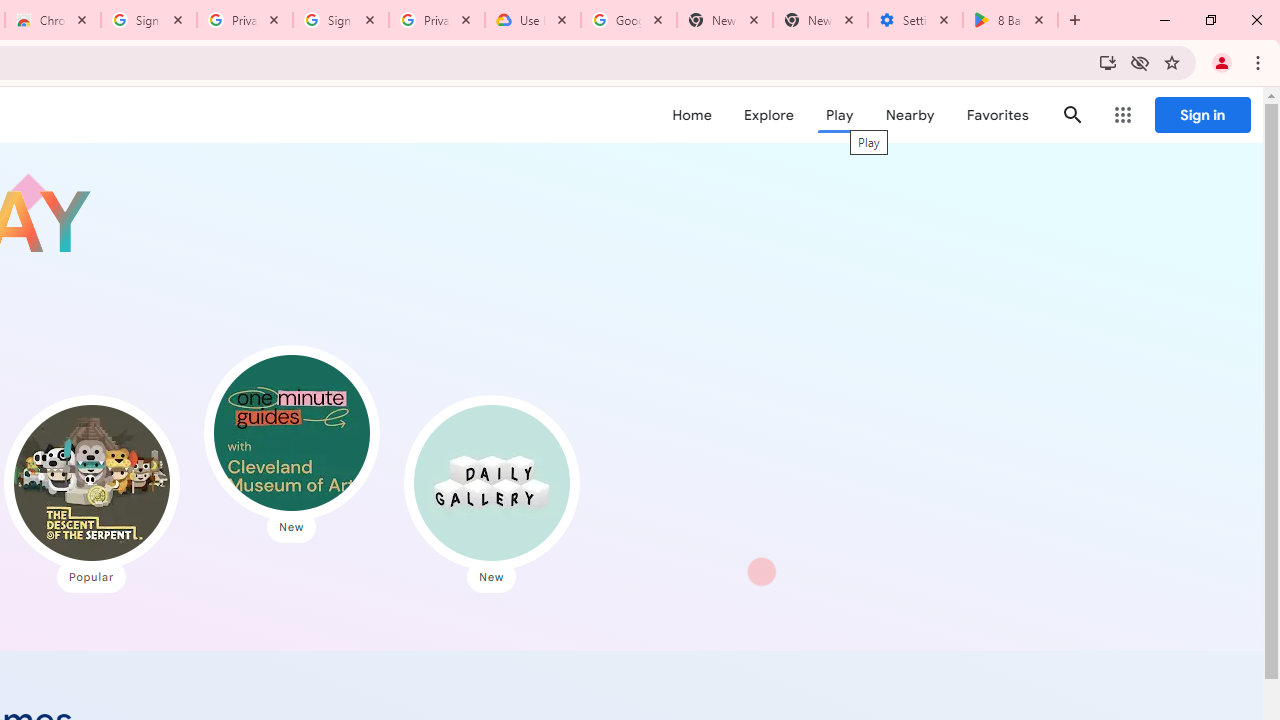  I want to click on 'Daily Gallery', so click(491, 483).